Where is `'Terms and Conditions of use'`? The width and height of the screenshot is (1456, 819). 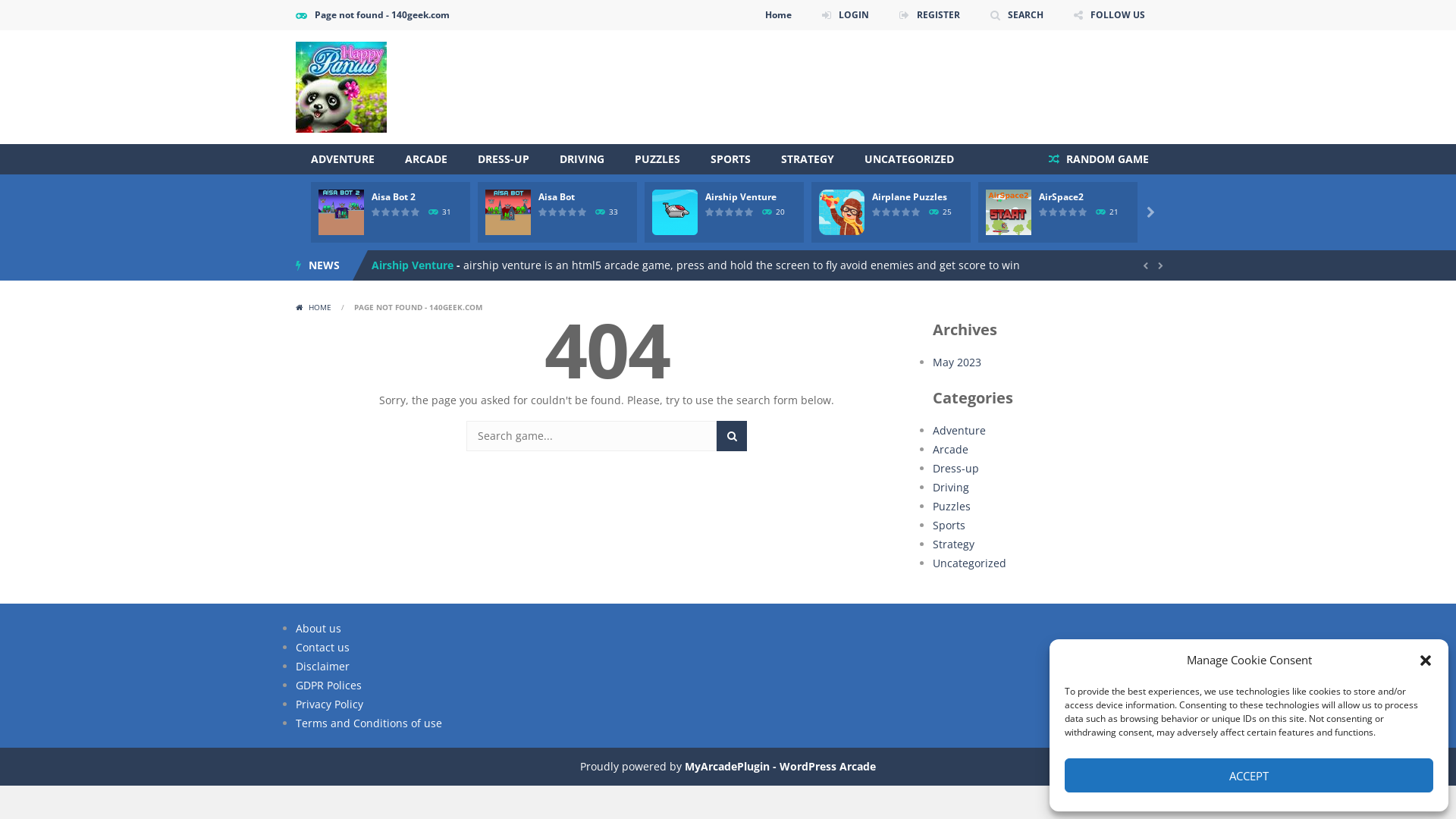
'Terms and Conditions of use' is located at coordinates (369, 722).